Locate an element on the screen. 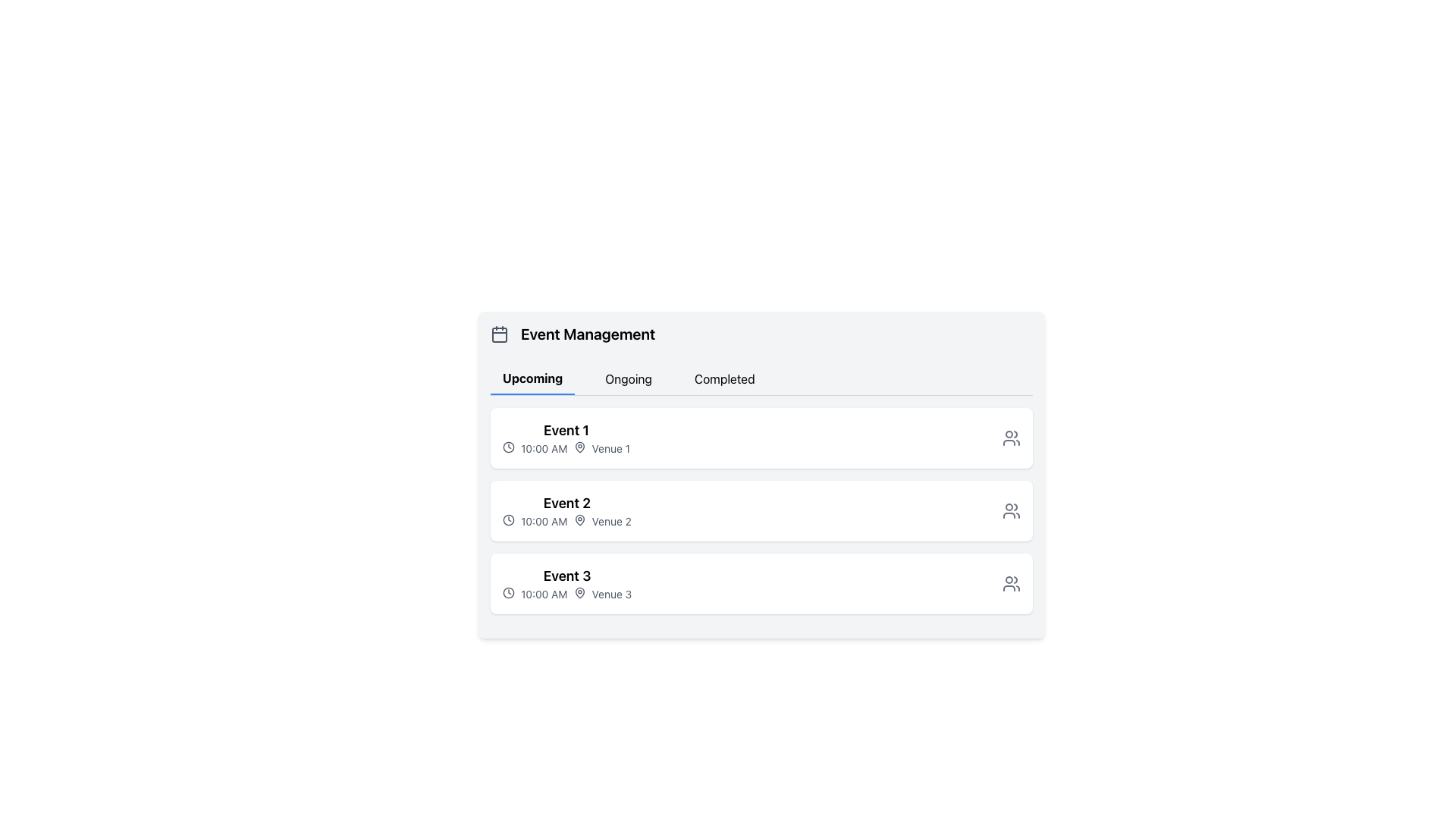 The height and width of the screenshot is (819, 1456). informational content of the list item displaying 'Event 3', which includes its title, schedule, and venue information is located at coordinates (566, 583).